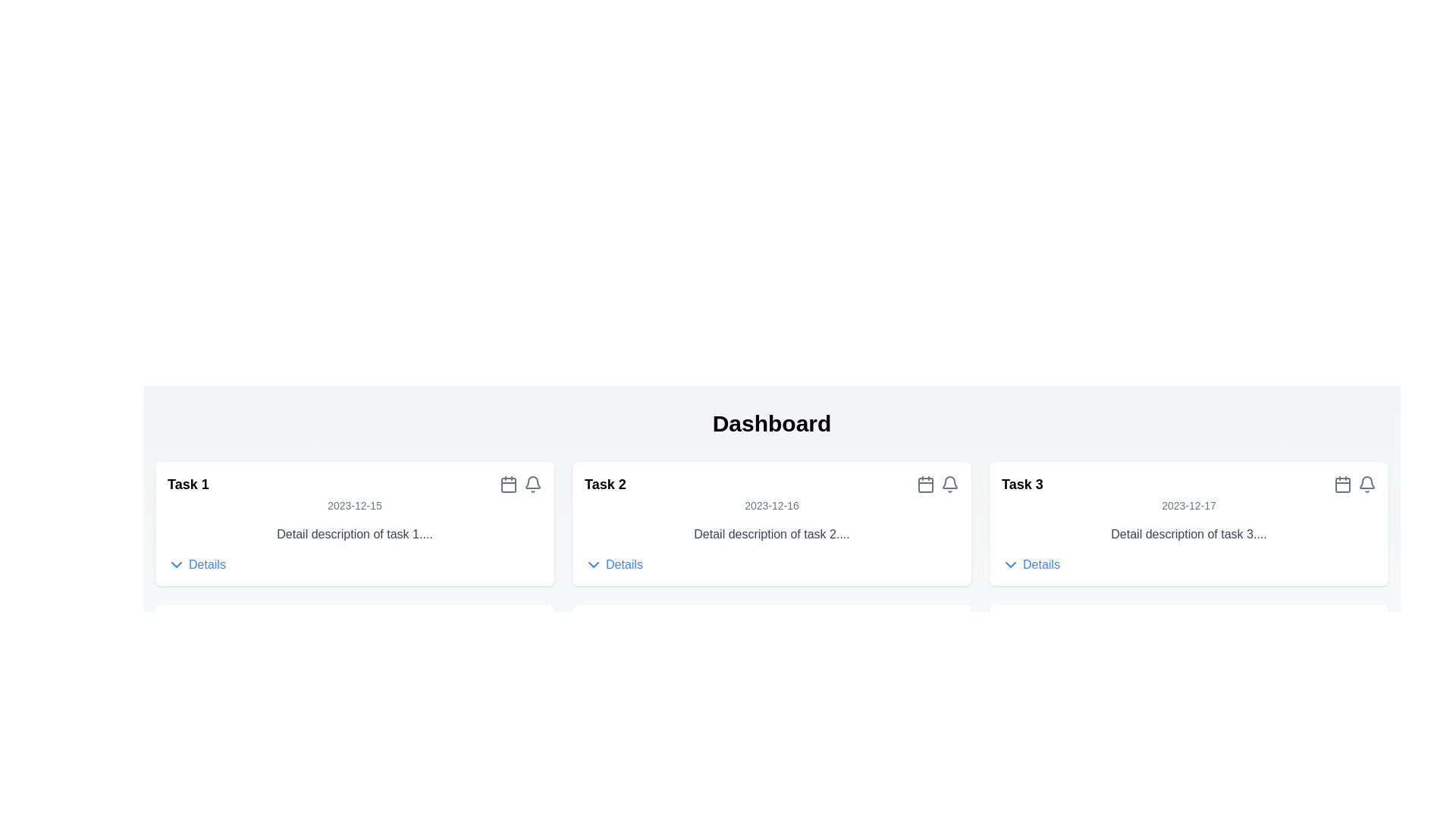 This screenshot has height=819, width=1456. I want to click on the blue clickable text labeled 'Details' with a left-pointing chevron icon located in the bottom part of the left card under the 'Task 1' section, so click(196, 564).